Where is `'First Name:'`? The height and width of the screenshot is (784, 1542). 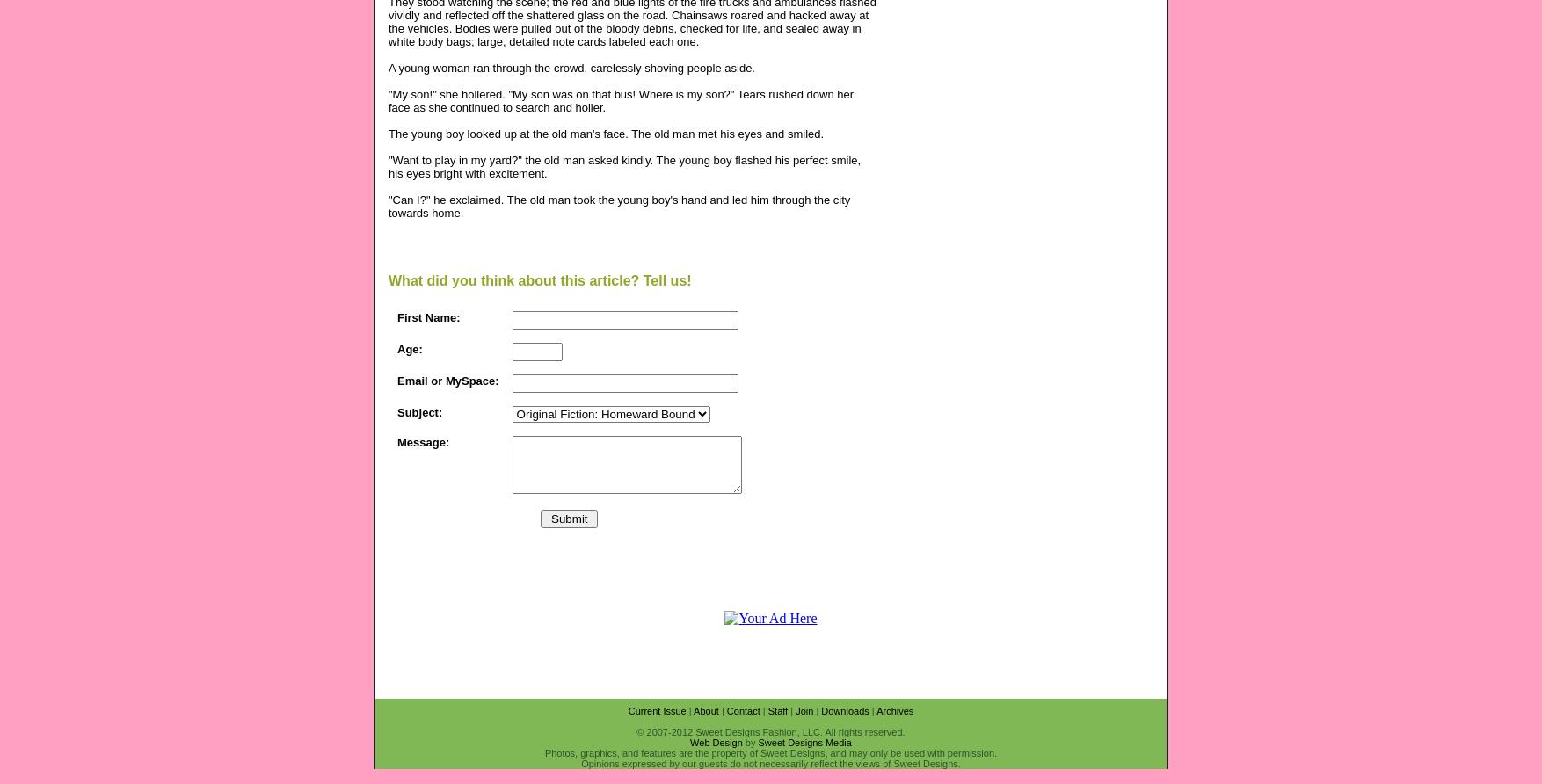 'First Name:' is located at coordinates (396, 316).